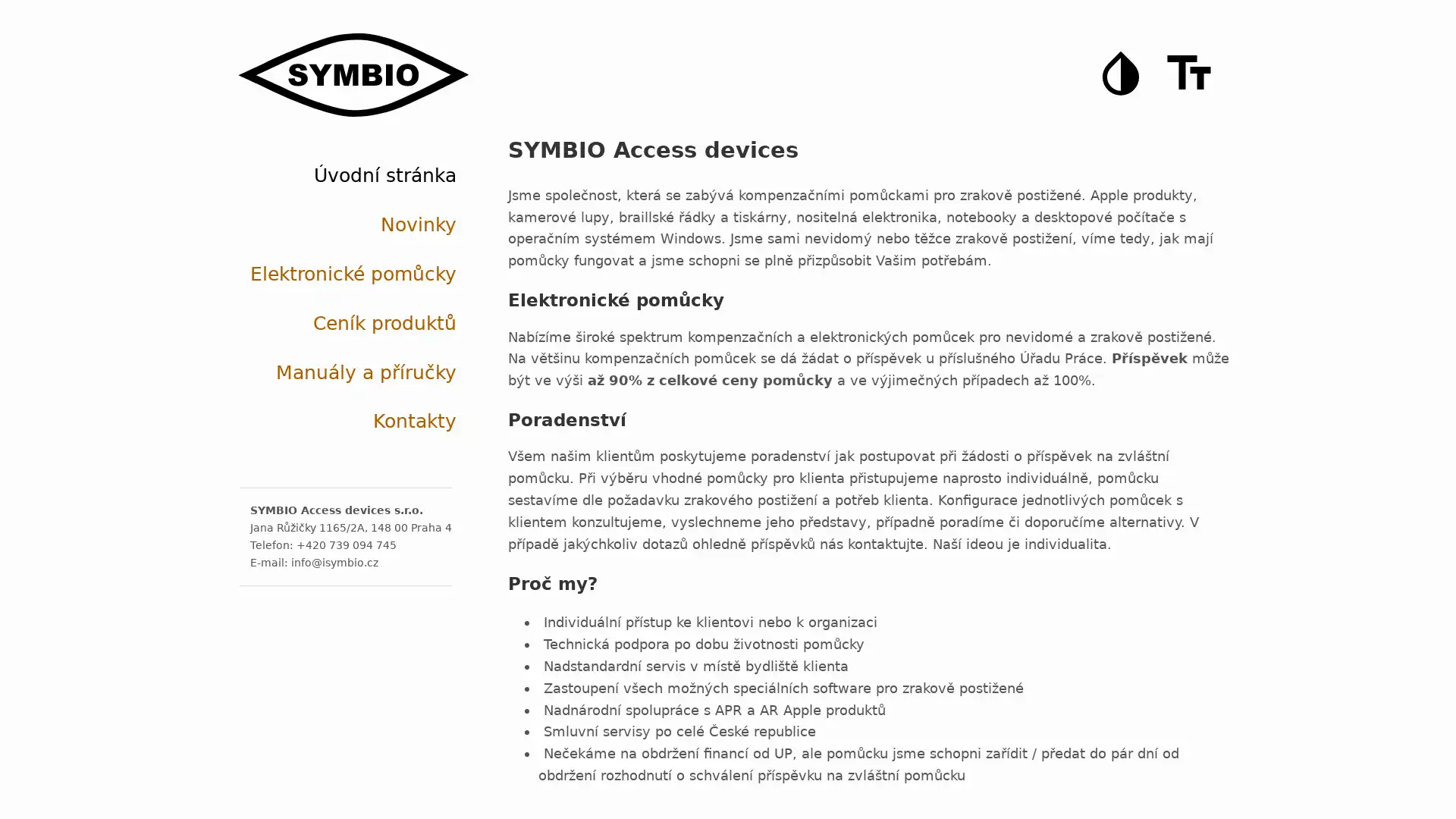  I want to click on Zmenit velikost pisma, so click(1188, 73).